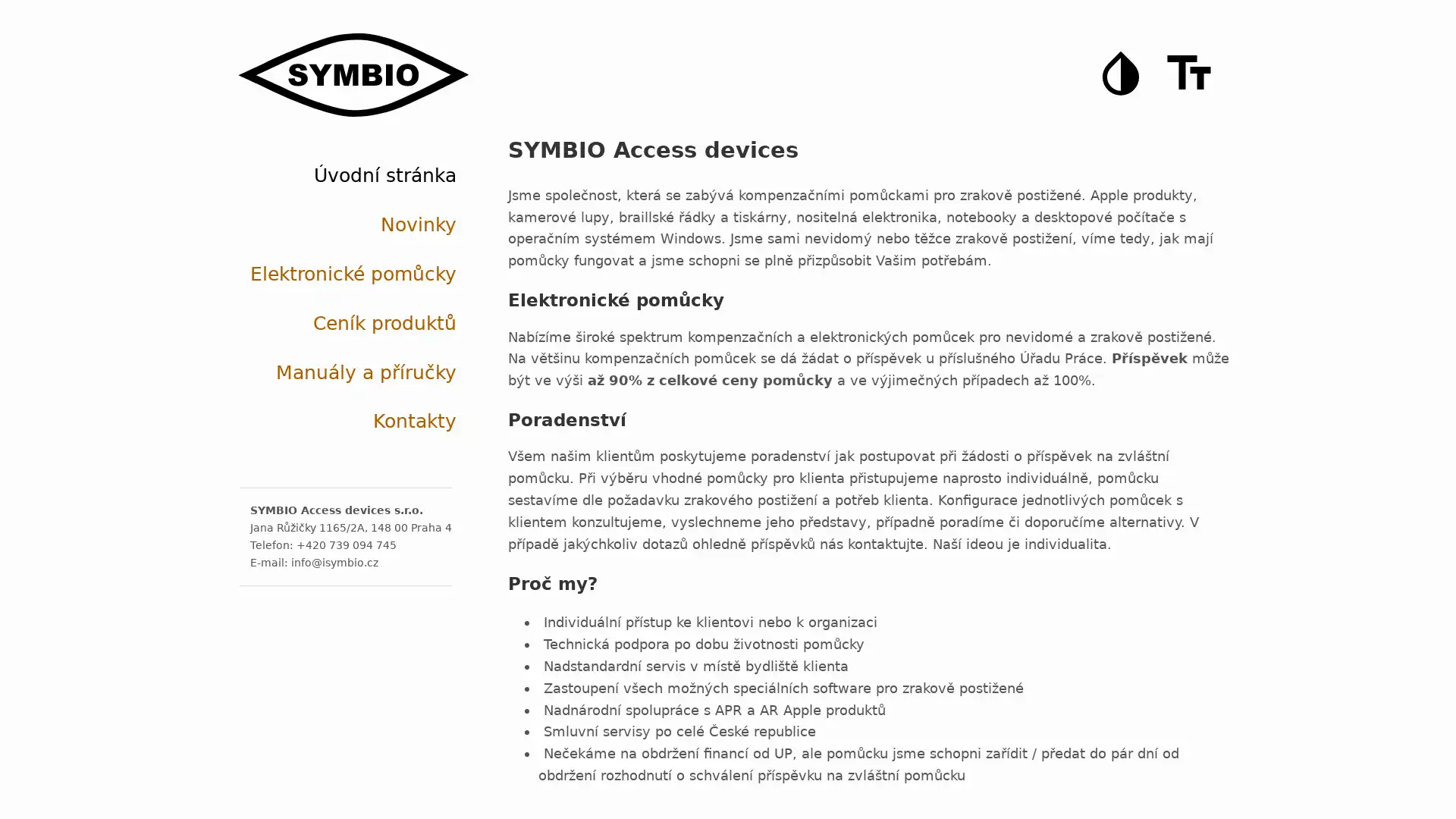  I want to click on Zmenit velikost pisma, so click(1188, 73).